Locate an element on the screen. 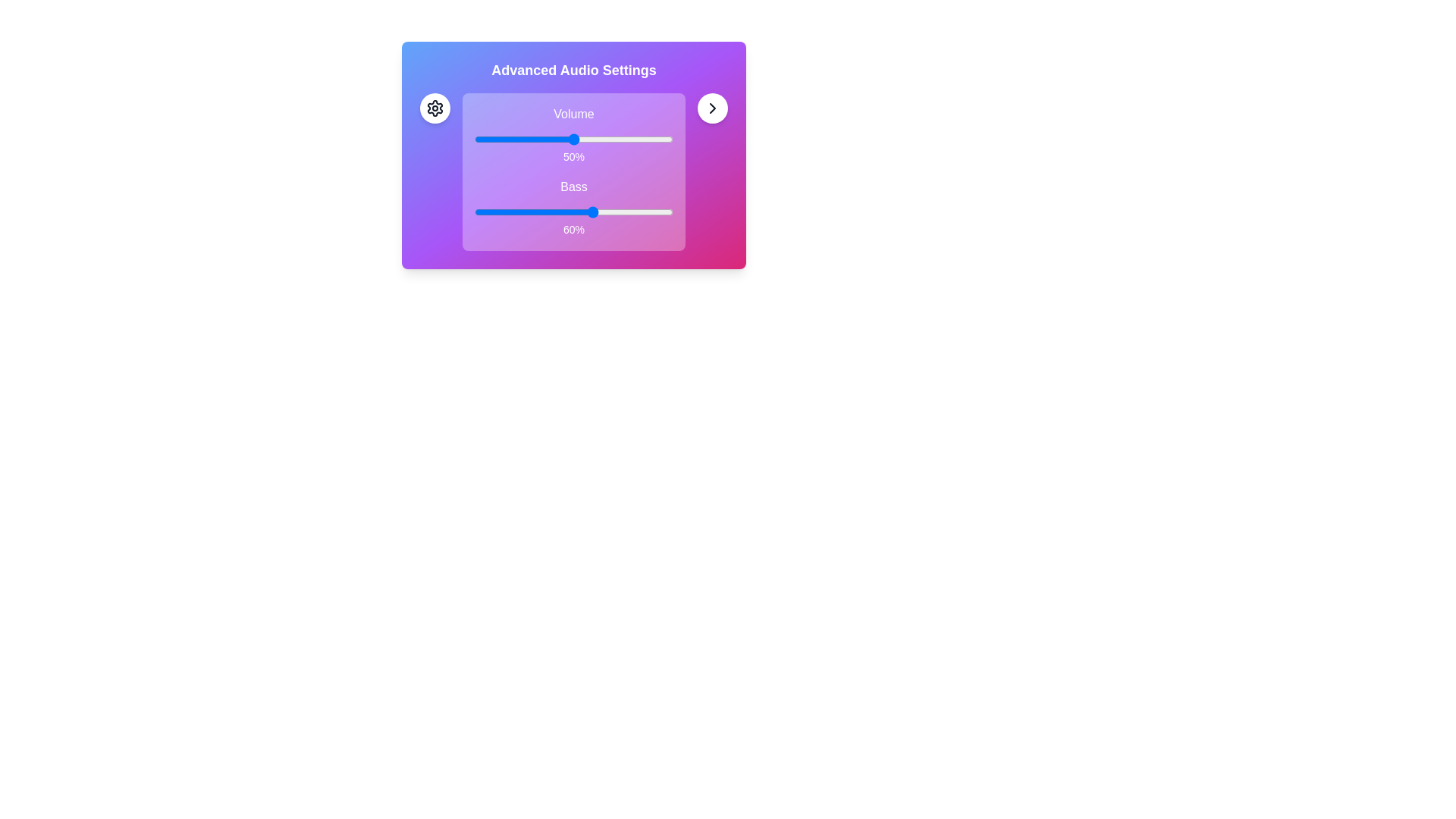  the settings button to open the configurations menu is located at coordinates (435, 107).